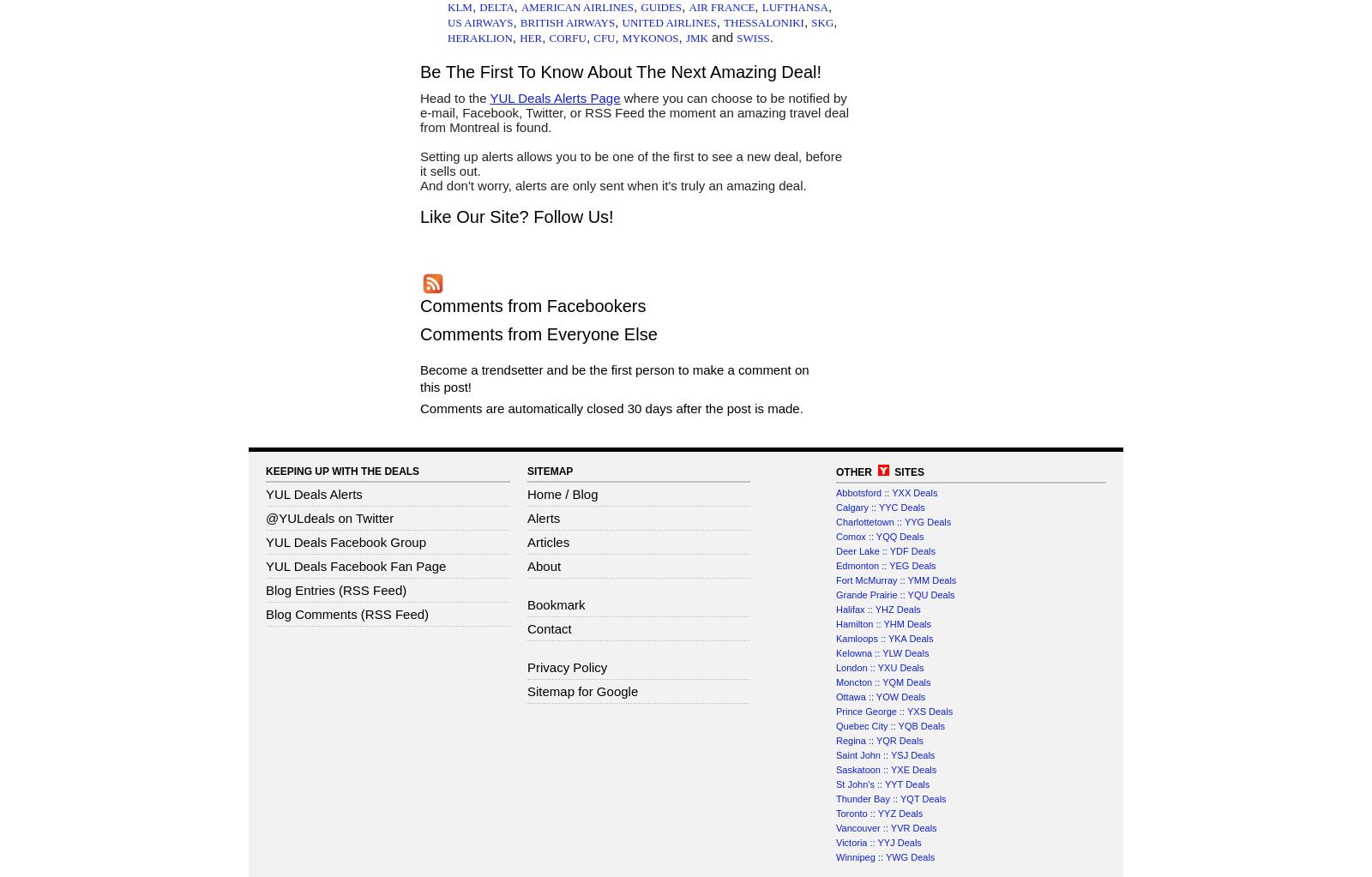 The height and width of the screenshot is (877, 1372). Describe the element at coordinates (346, 613) in the screenshot. I see `'Blog Comments (RSS Feed)'` at that location.